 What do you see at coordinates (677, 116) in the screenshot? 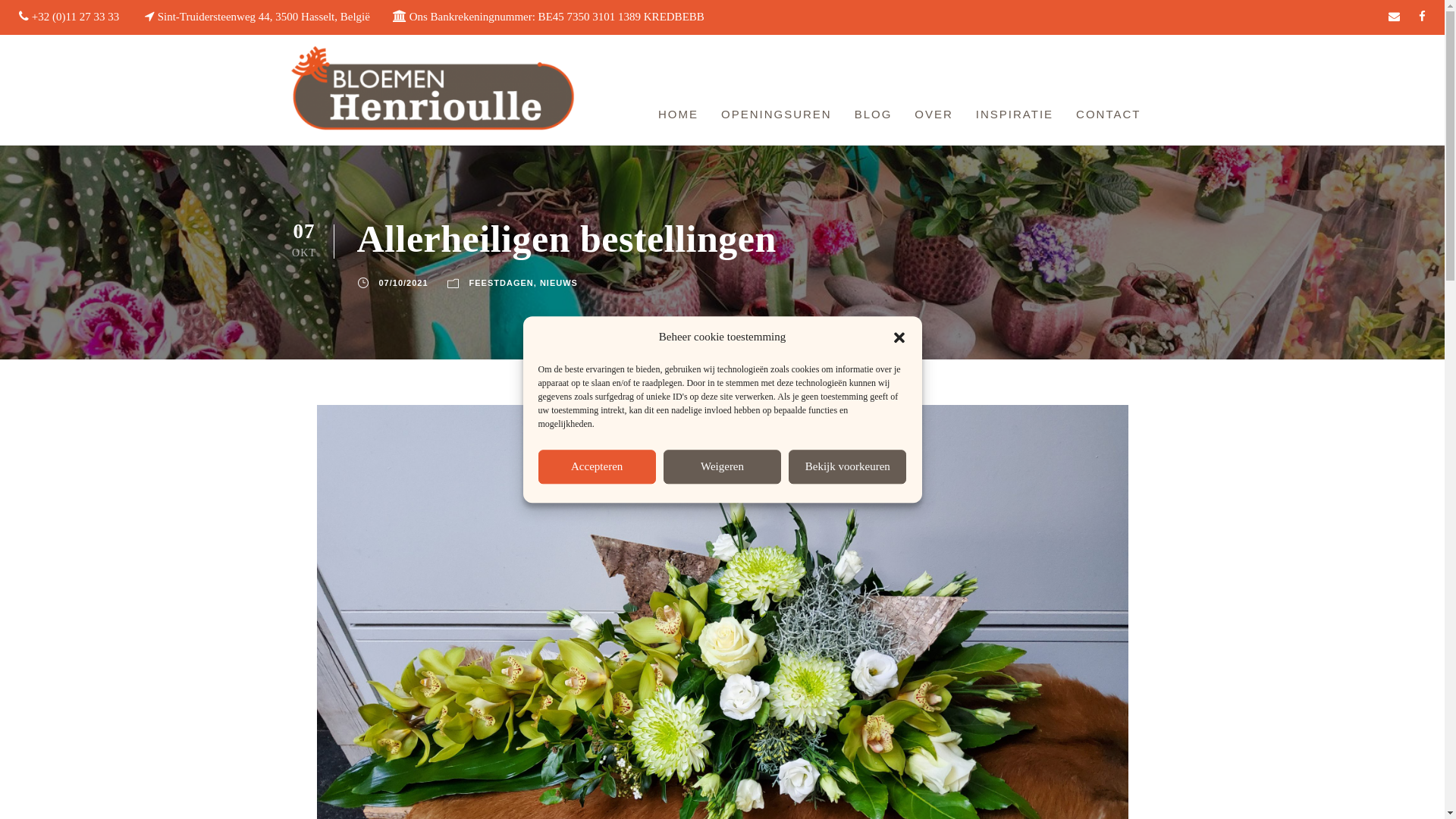
I see `'HOME'` at bounding box center [677, 116].